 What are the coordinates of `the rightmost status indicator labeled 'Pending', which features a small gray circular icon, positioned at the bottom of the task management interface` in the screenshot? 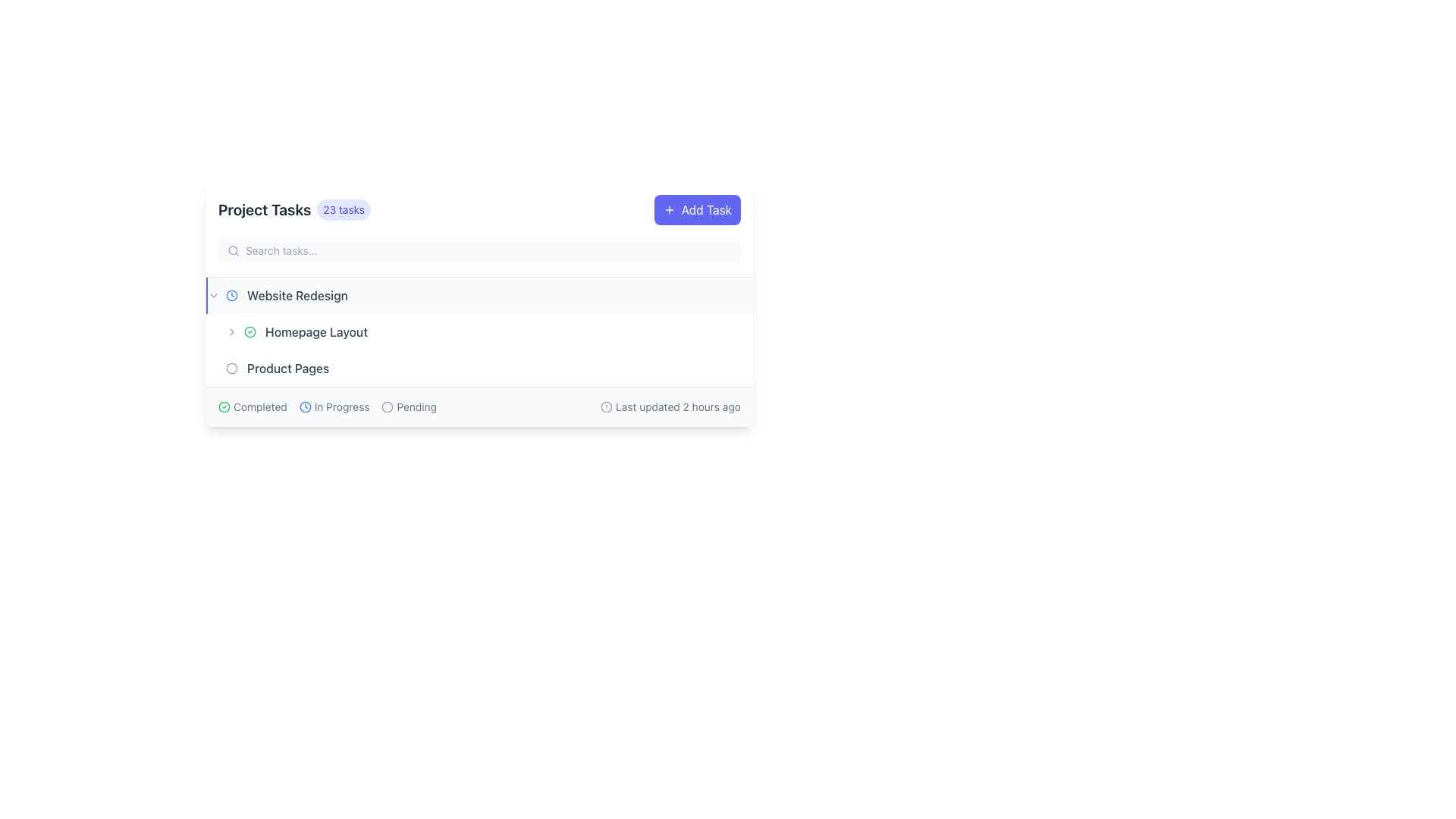 It's located at (409, 406).